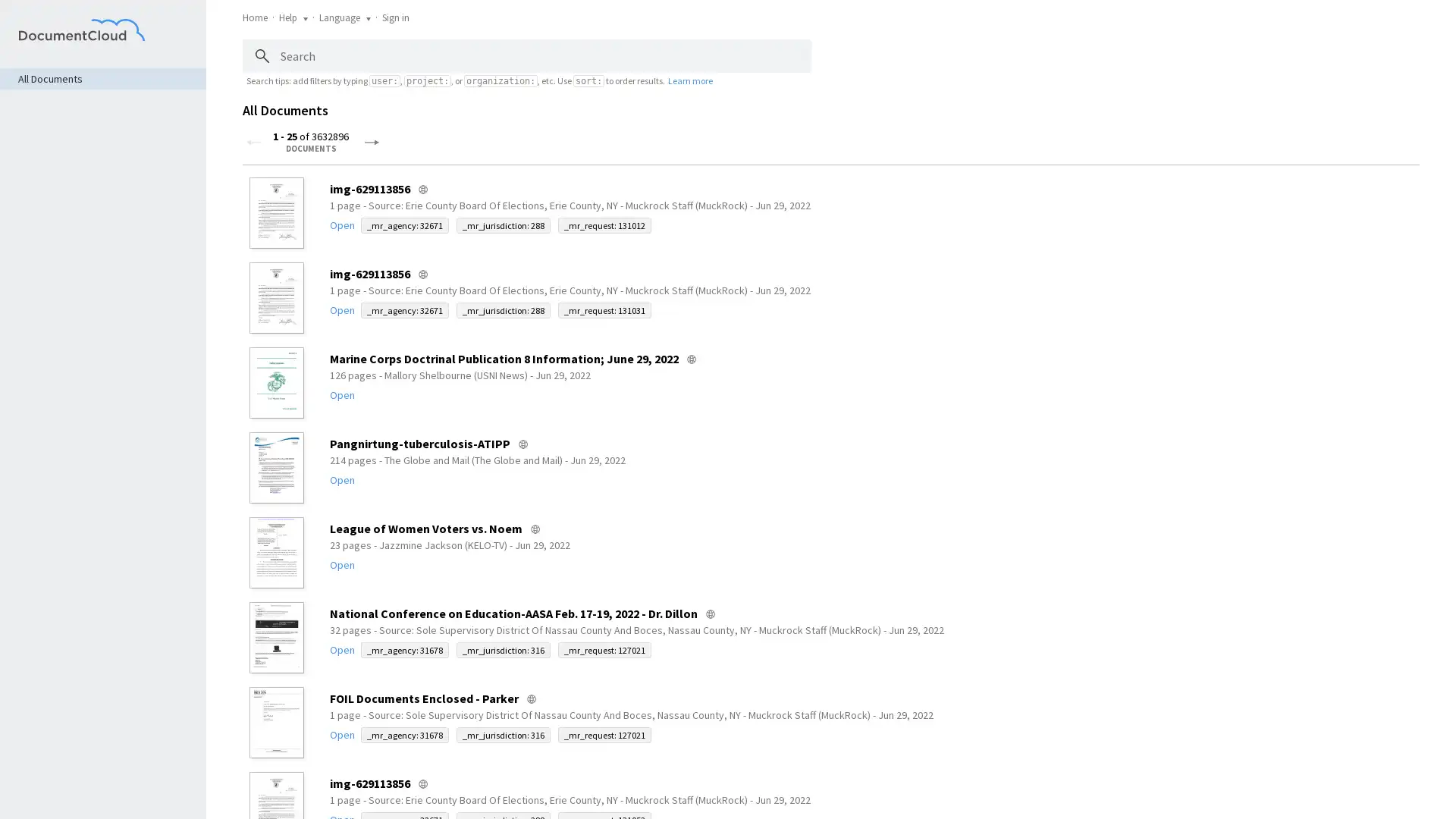 Image resolution: width=1456 pixels, height=819 pixels. I want to click on _mr_jurisdiction: 316, so click(503, 733).